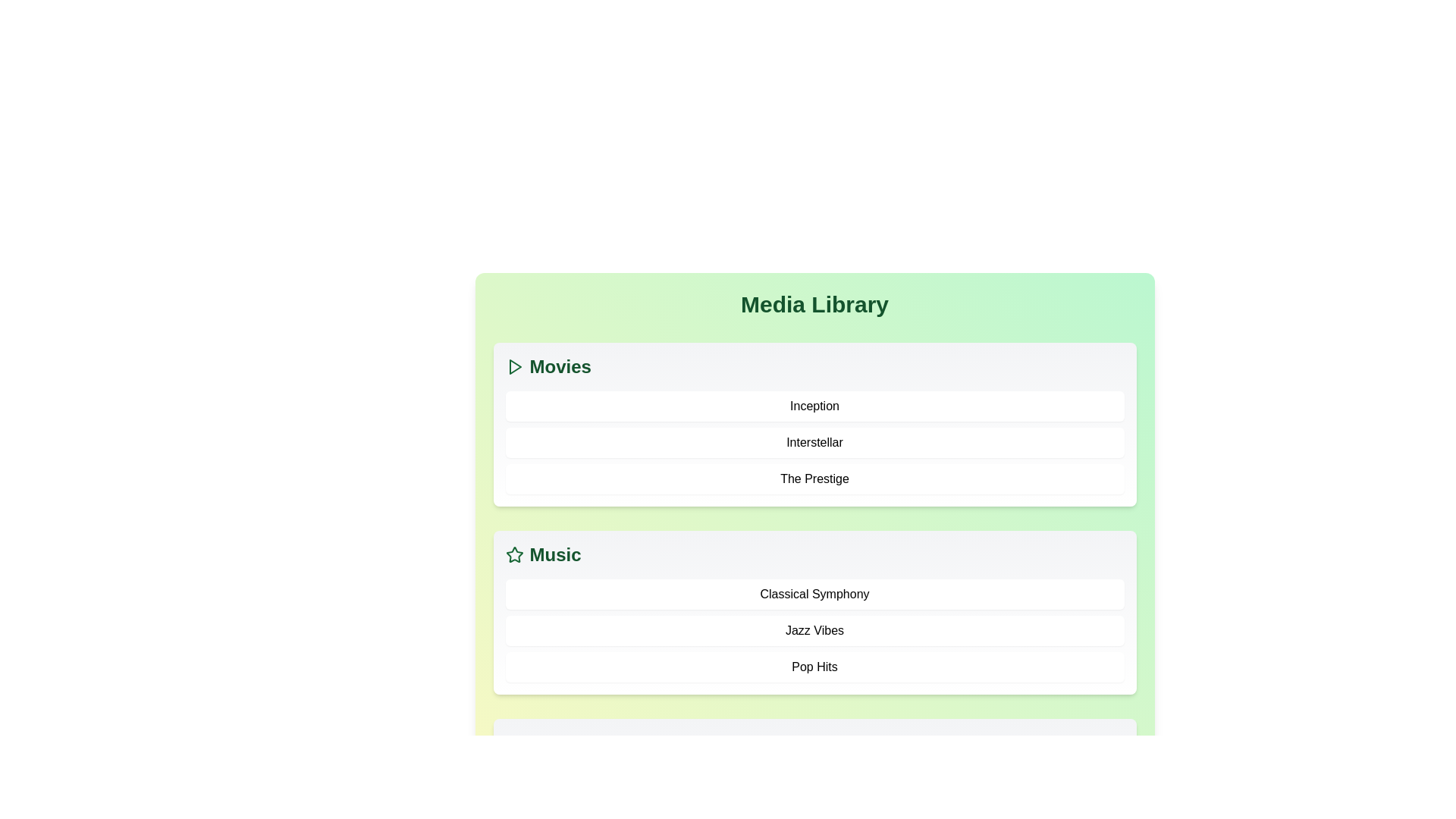  Describe the element at coordinates (814, 442) in the screenshot. I see `the movie Interstellar from the Movies category` at that location.